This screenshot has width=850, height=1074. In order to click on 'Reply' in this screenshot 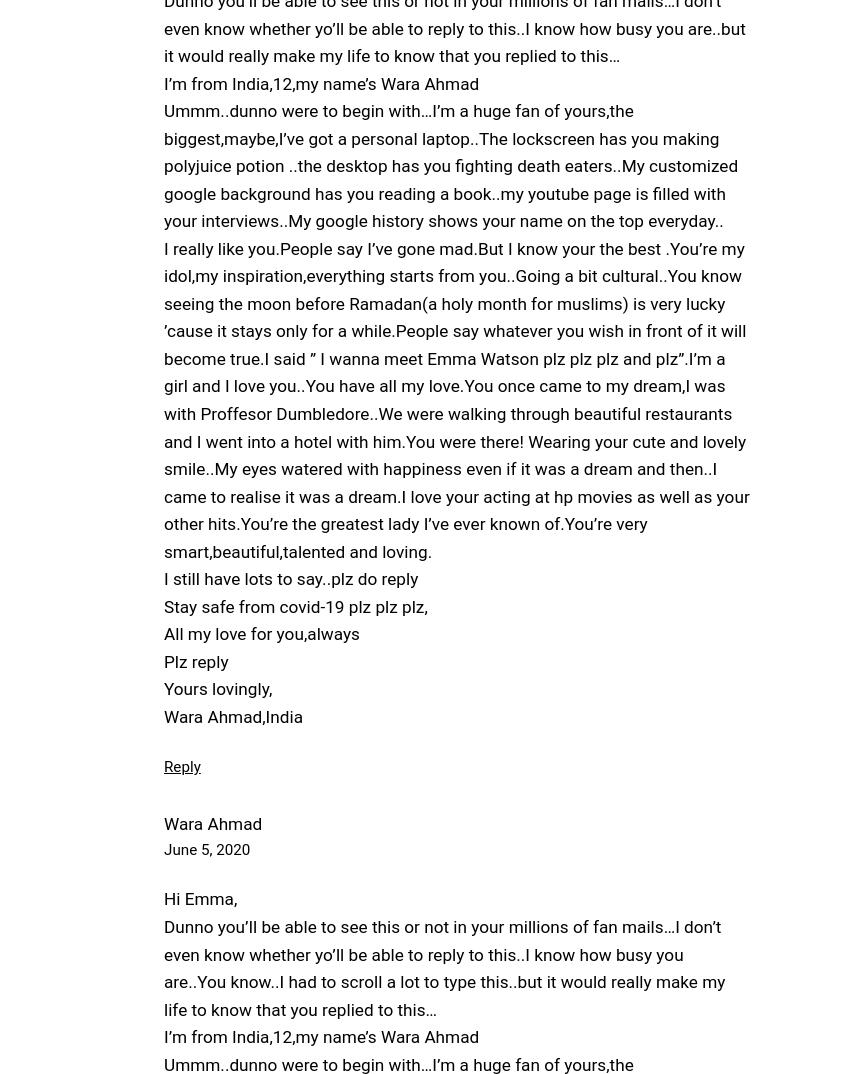, I will do `click(180, 766)`.